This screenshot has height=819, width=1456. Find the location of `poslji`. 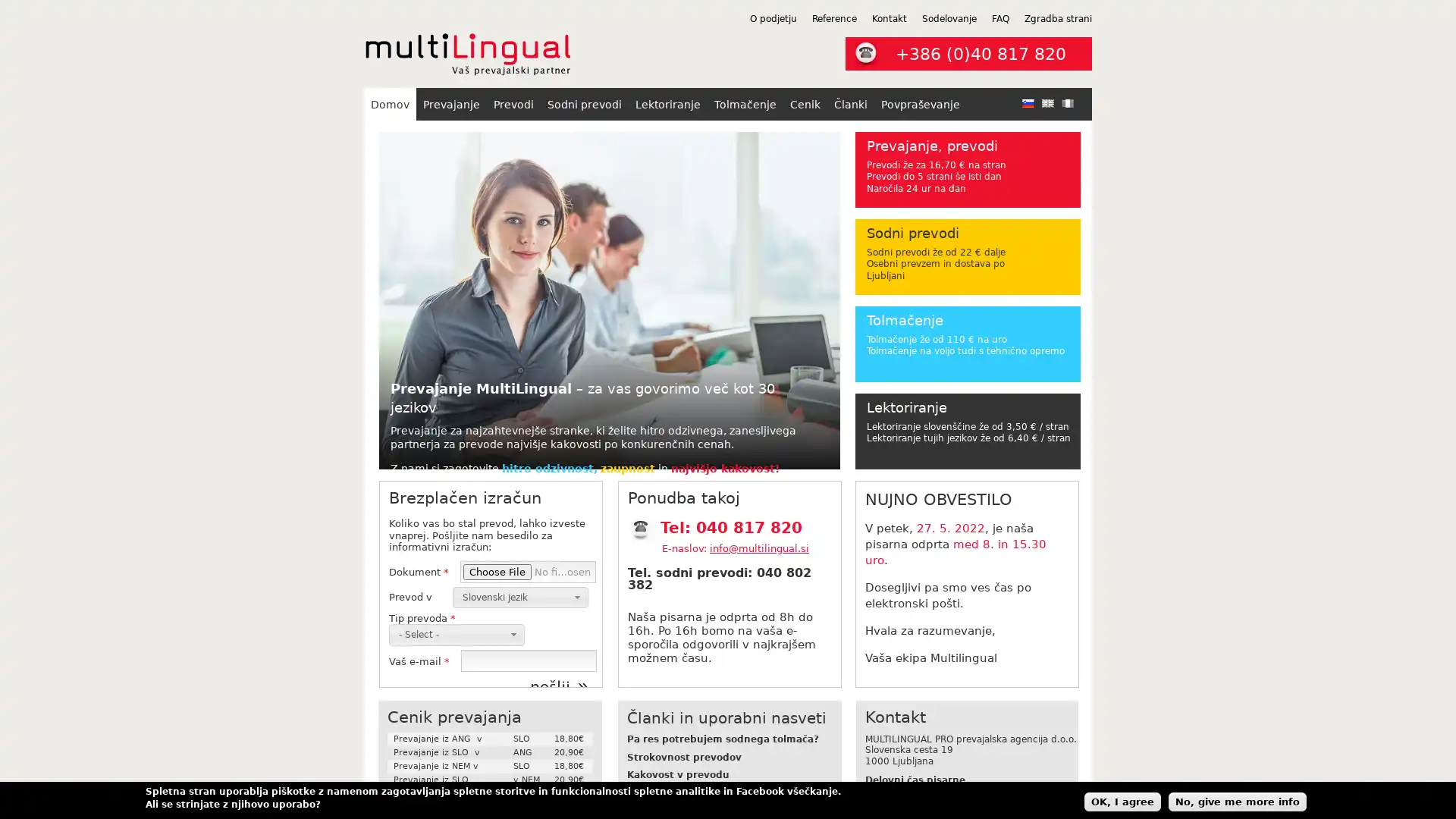

poslji is located at coordinates (559, 687).